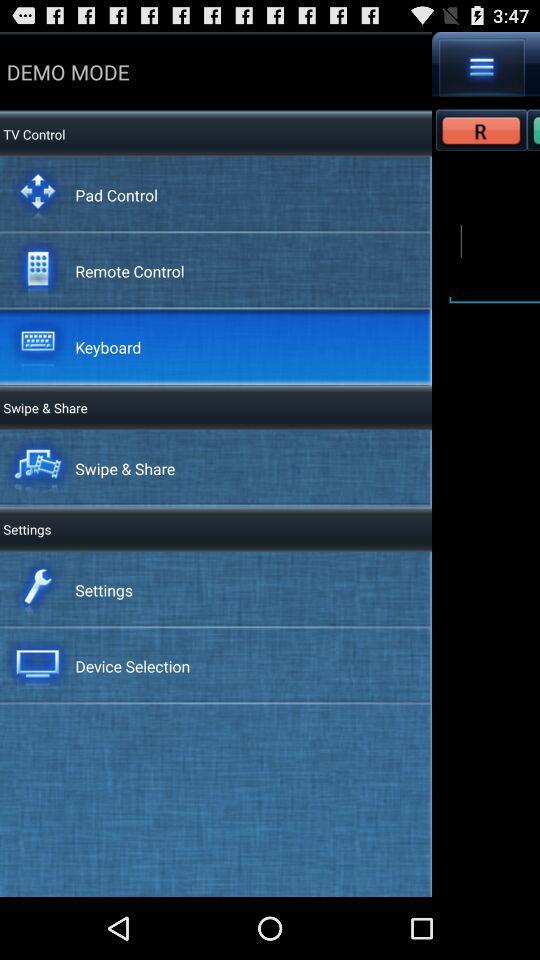 Image resolution: width=540 pixels, height=960 pixels. I want to click on red input button, so click(480, 128).